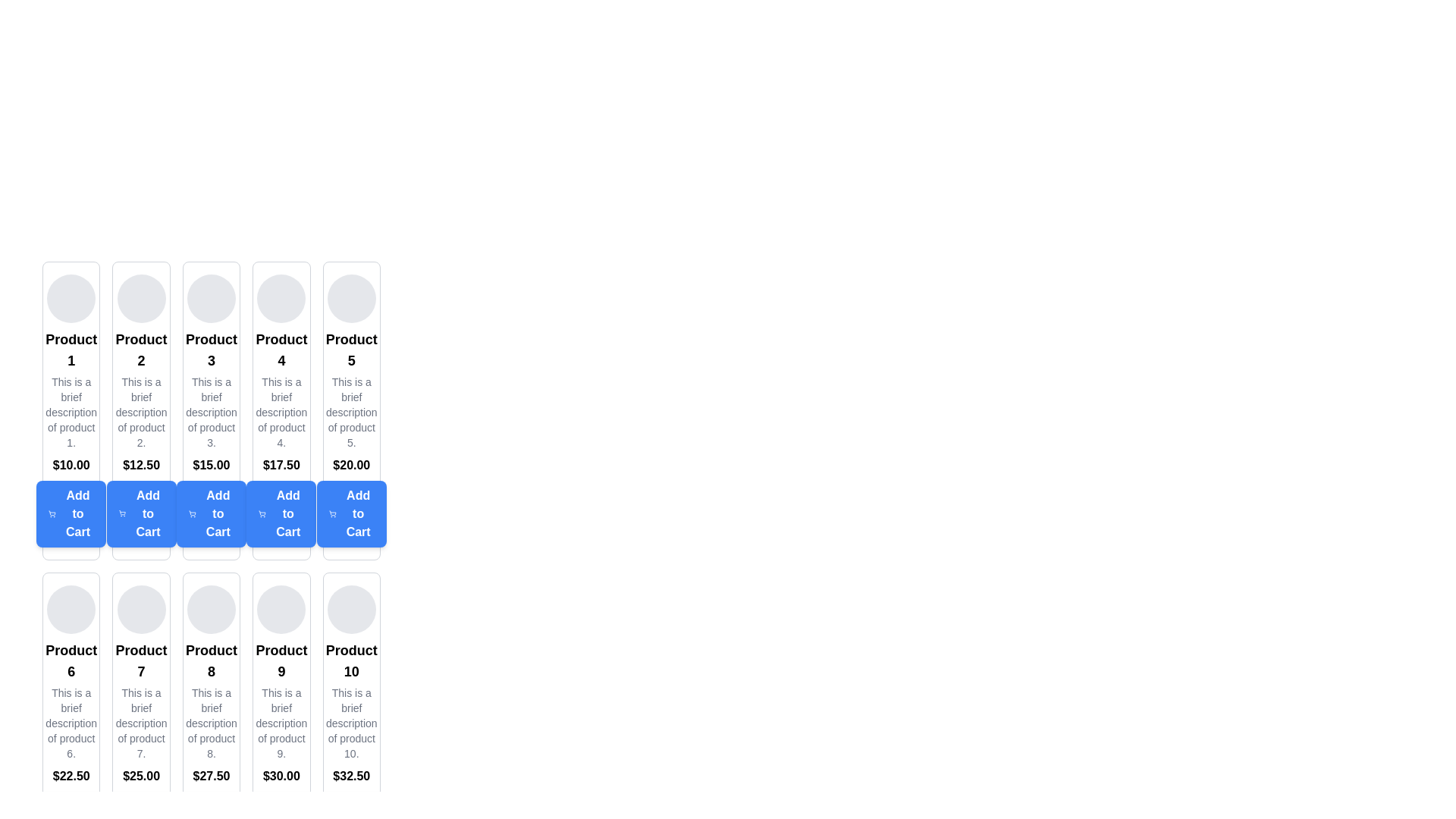 This screenshot has width=1456, height=819. Describe the element at coordinates (210, 464) in the screenshot. I see `the price label displaying '$15.00' located below the product description of 'Product 3'` at that location.